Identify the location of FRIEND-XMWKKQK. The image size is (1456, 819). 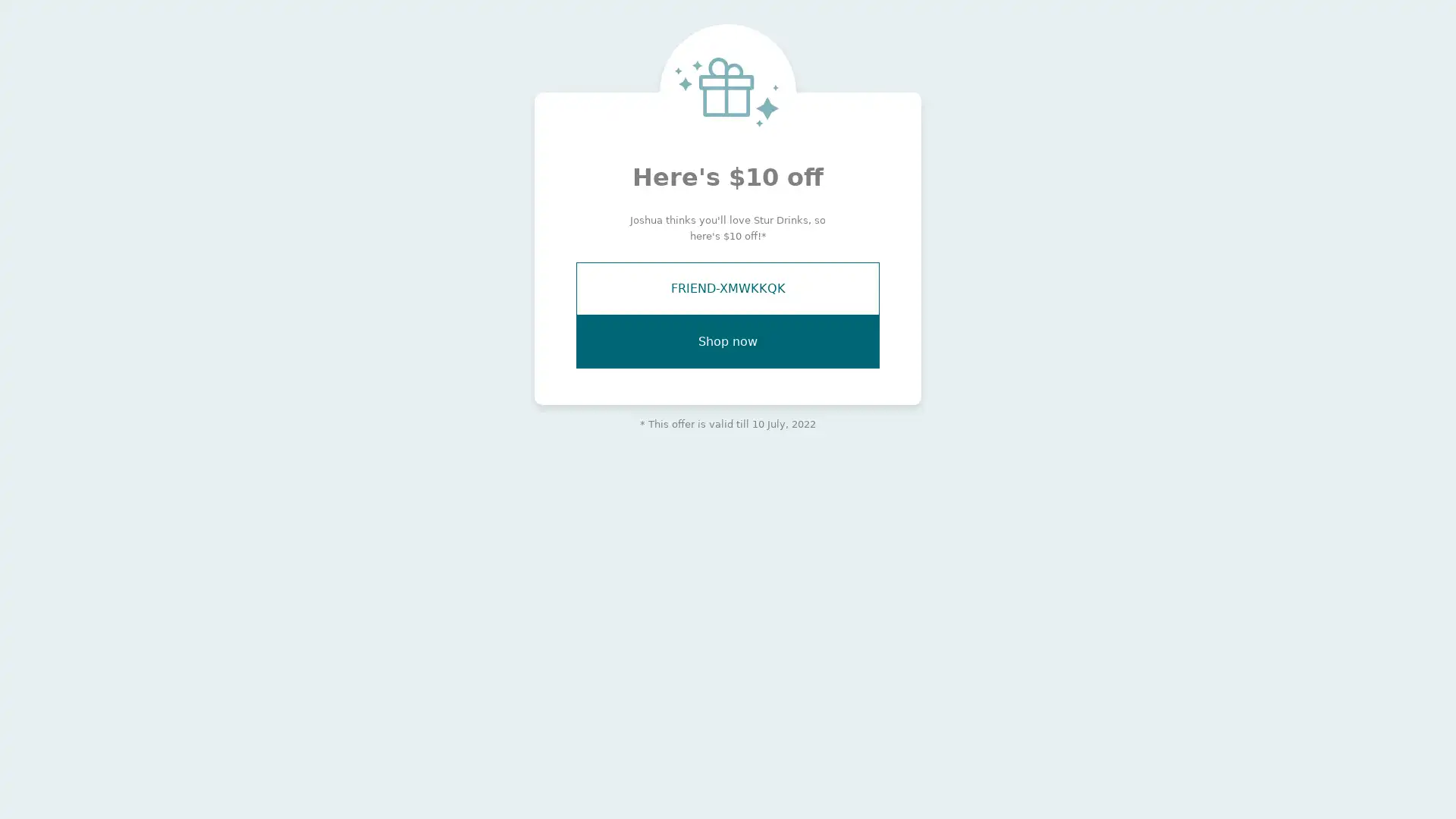
(728, 289).